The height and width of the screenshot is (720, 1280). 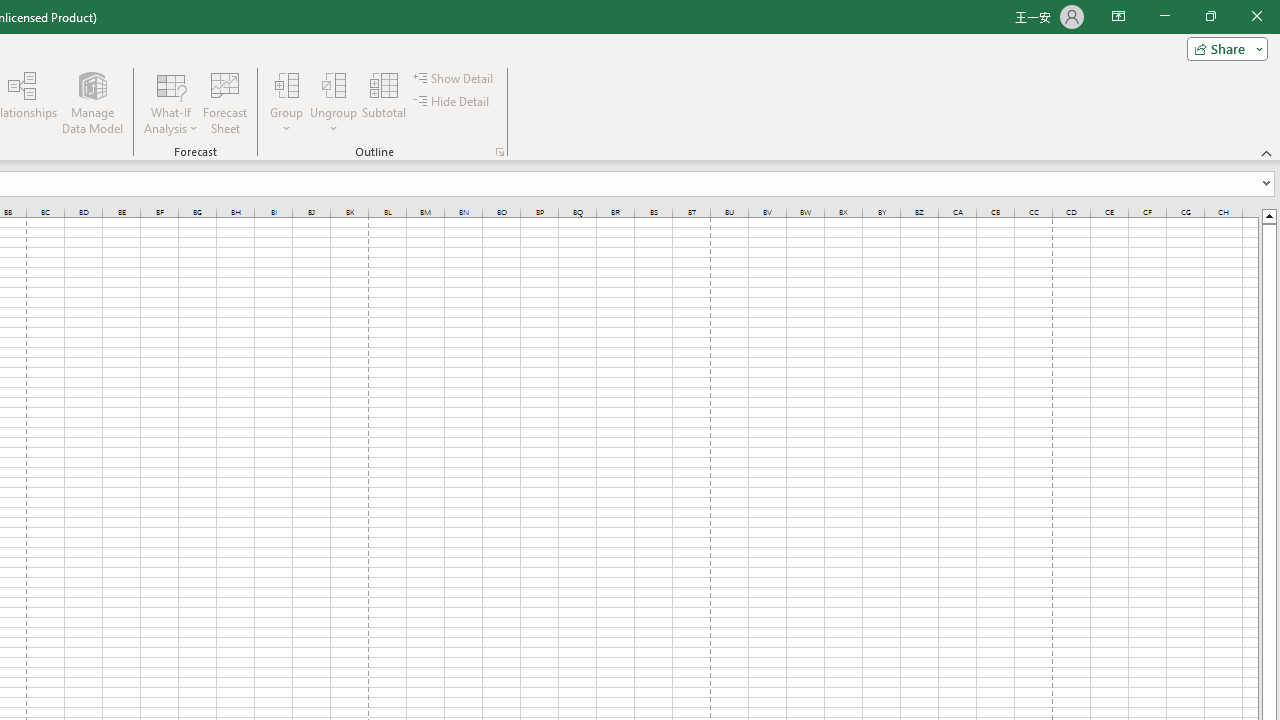 I want to click on 'Share', so click(x=1222, y=47).